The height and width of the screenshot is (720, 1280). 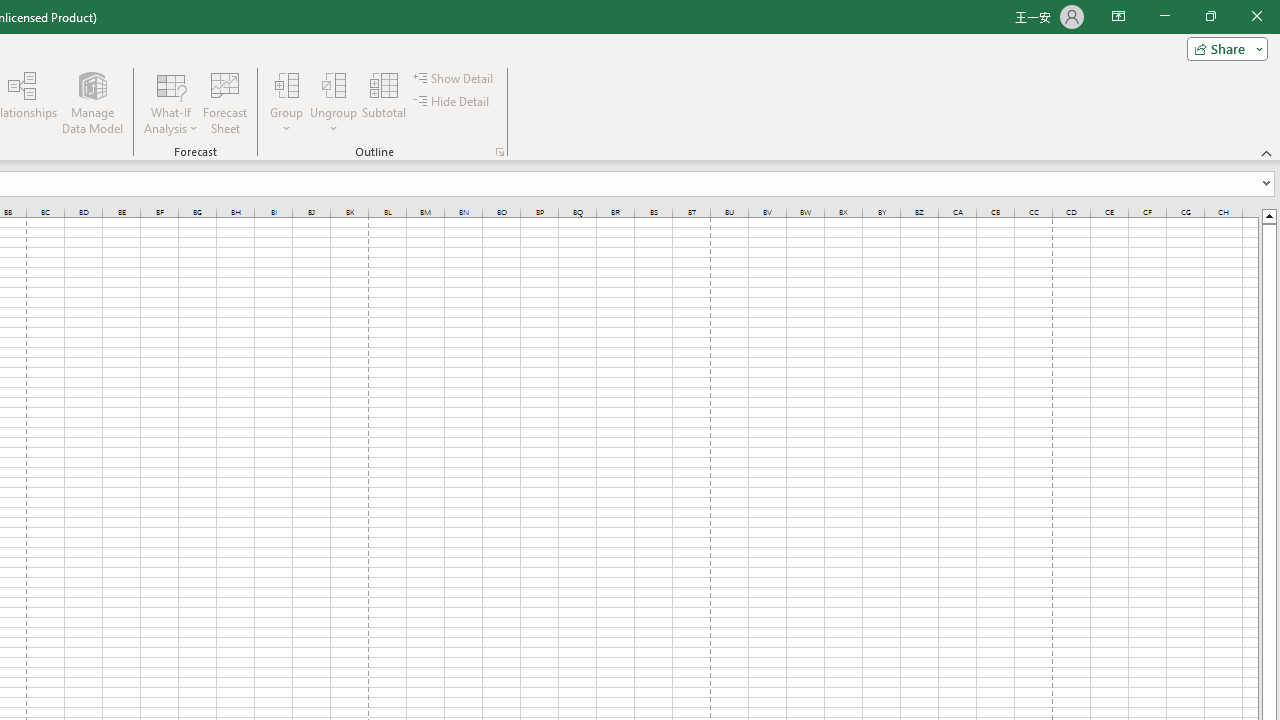 I want to click on 'Share', so click(x=1222, y=47).